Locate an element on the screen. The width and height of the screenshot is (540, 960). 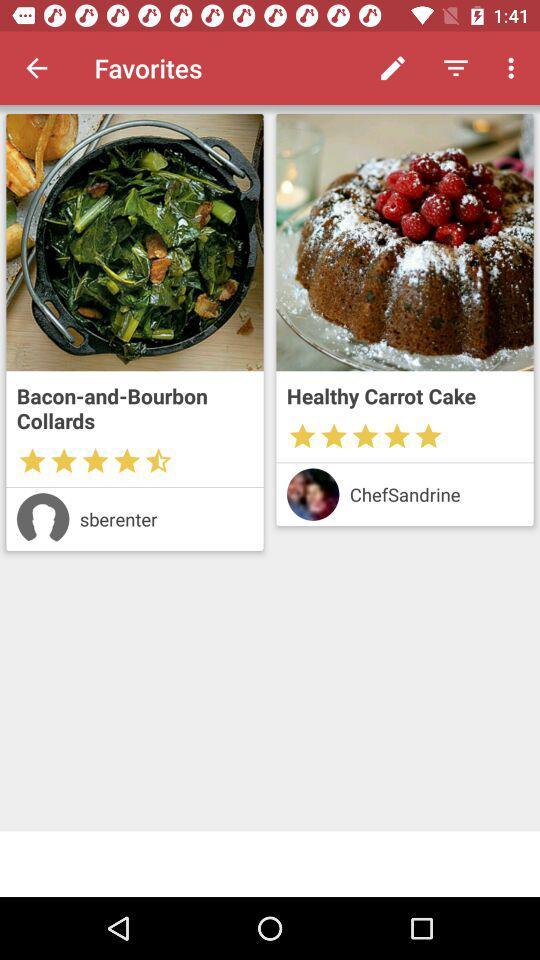
the app to the right of favorites item is located at coordinates (393, 68).